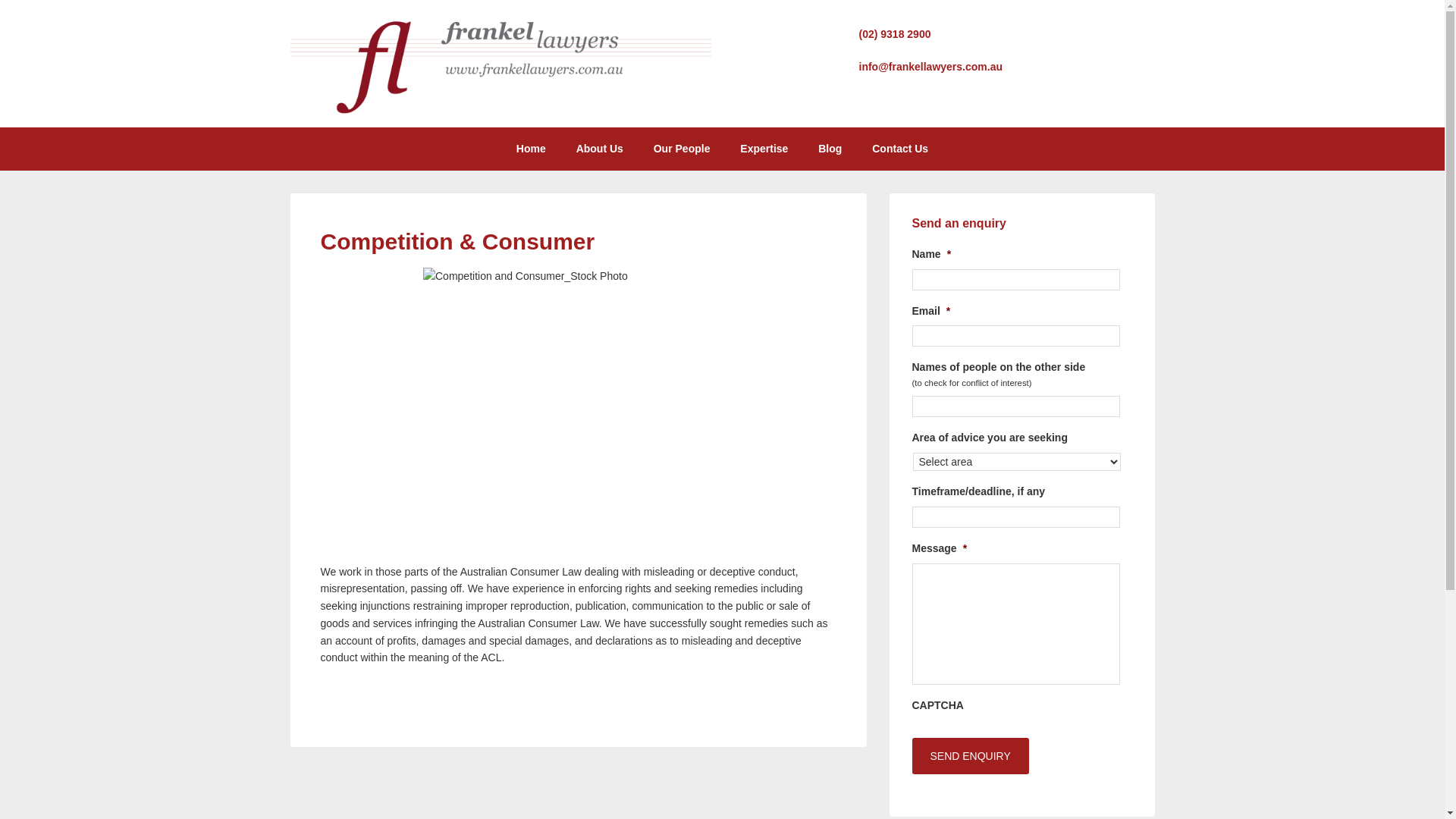  What do you see at coordinates (968, 755) in the screenshot?
I see `'Send enquiry'` at bounding box center [968, 755].